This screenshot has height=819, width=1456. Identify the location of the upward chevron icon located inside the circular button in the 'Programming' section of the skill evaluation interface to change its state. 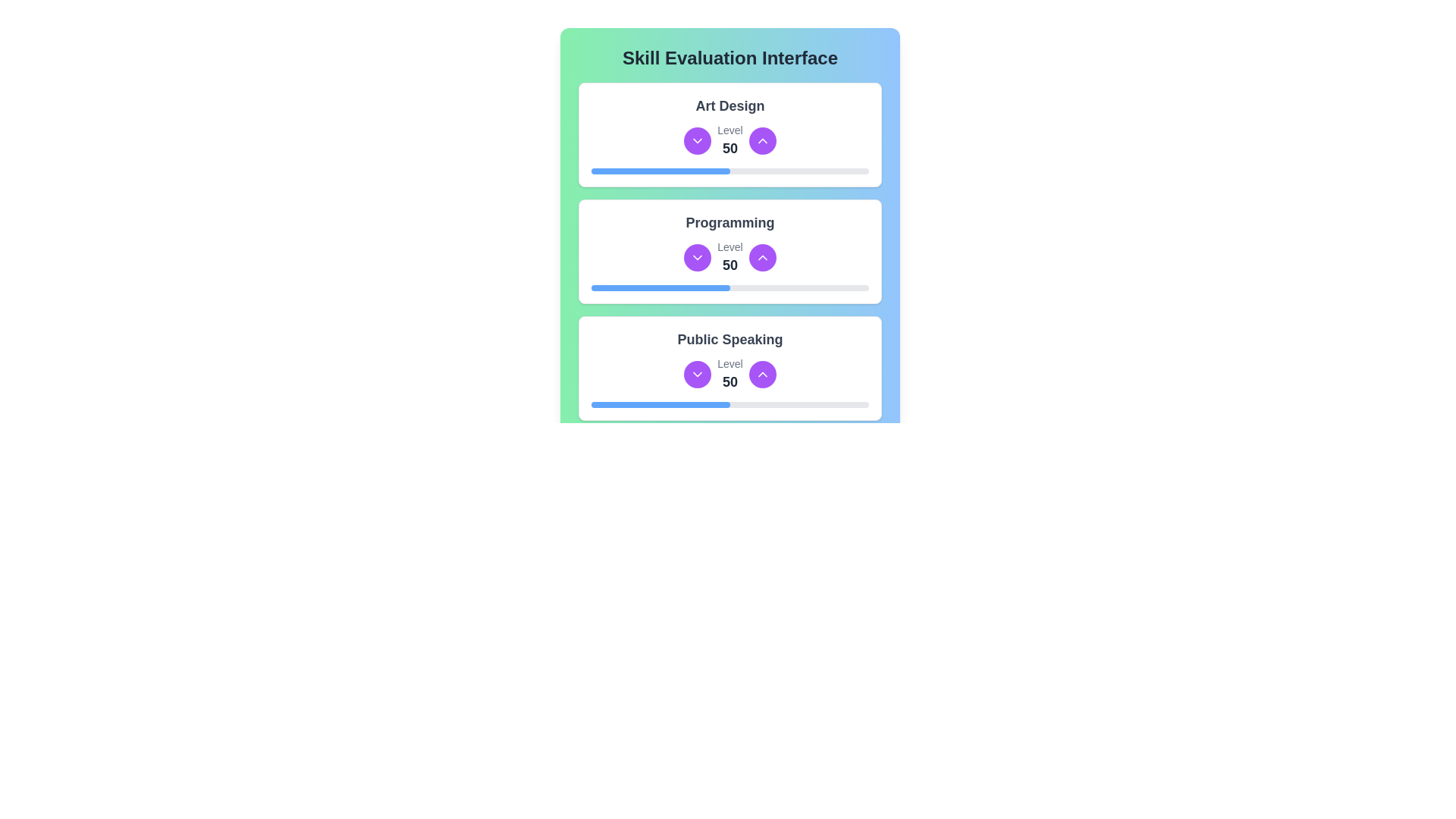
(762, 256).